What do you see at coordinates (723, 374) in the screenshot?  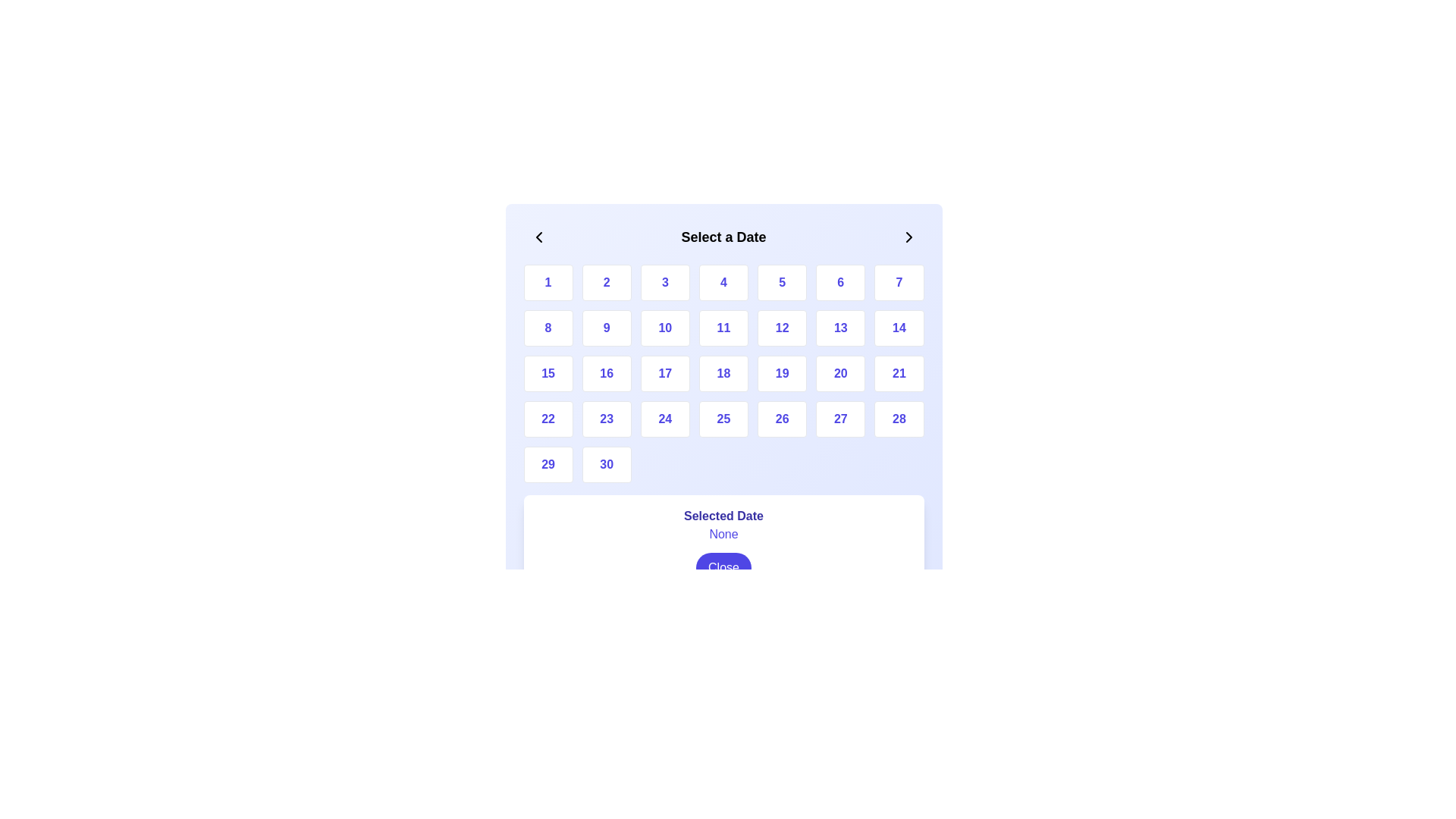 I see `the button displaying the number '18' in bold indigo font, located in the fourth column of the third row under 'Select a Date'` at bounding box center [723, 374].